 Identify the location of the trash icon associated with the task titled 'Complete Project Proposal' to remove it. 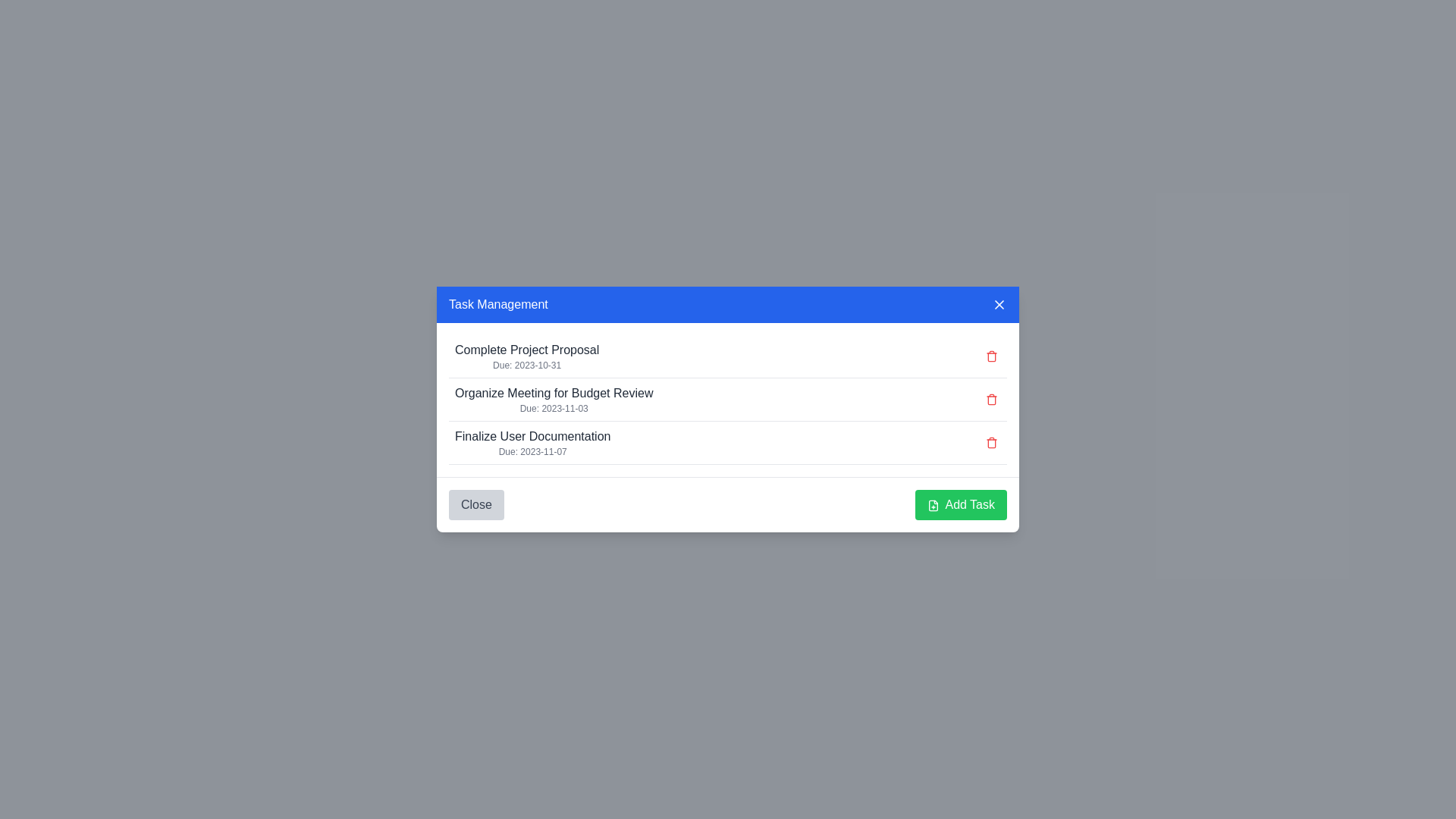
(992, 356).